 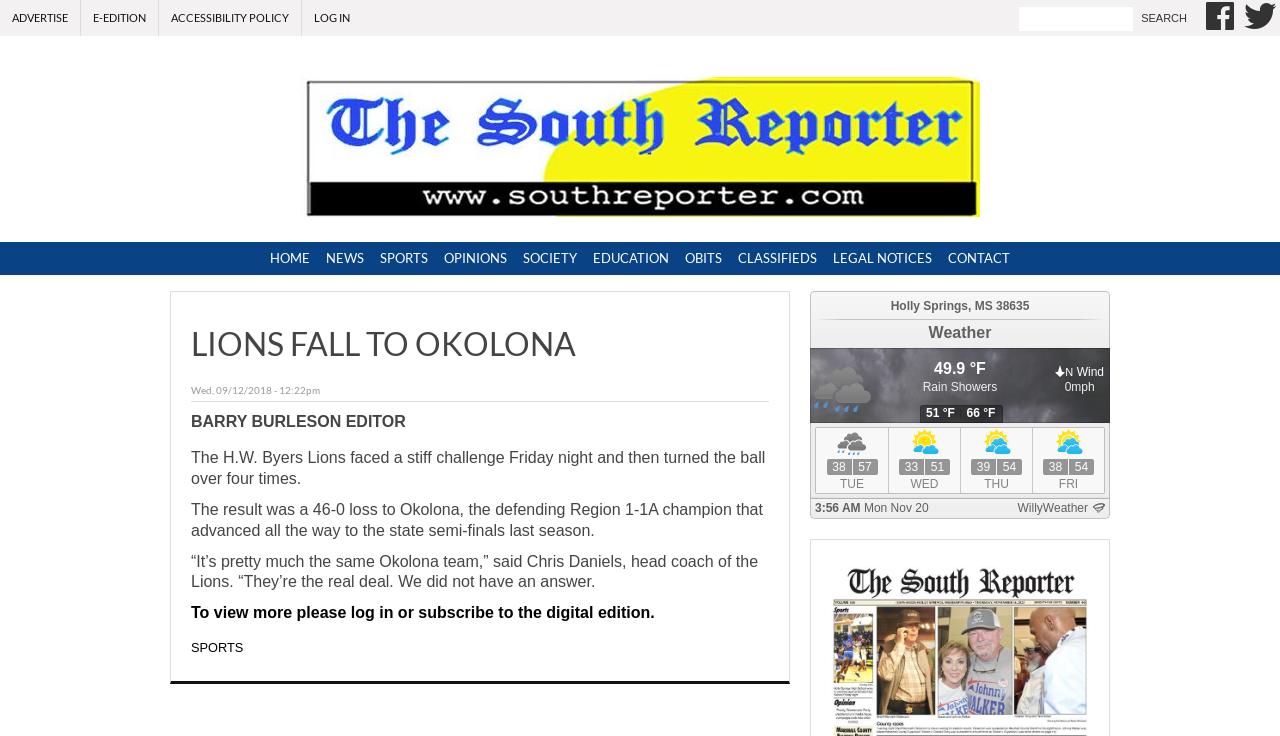 I want to click on 'Obits', so click(x=685, y=257).